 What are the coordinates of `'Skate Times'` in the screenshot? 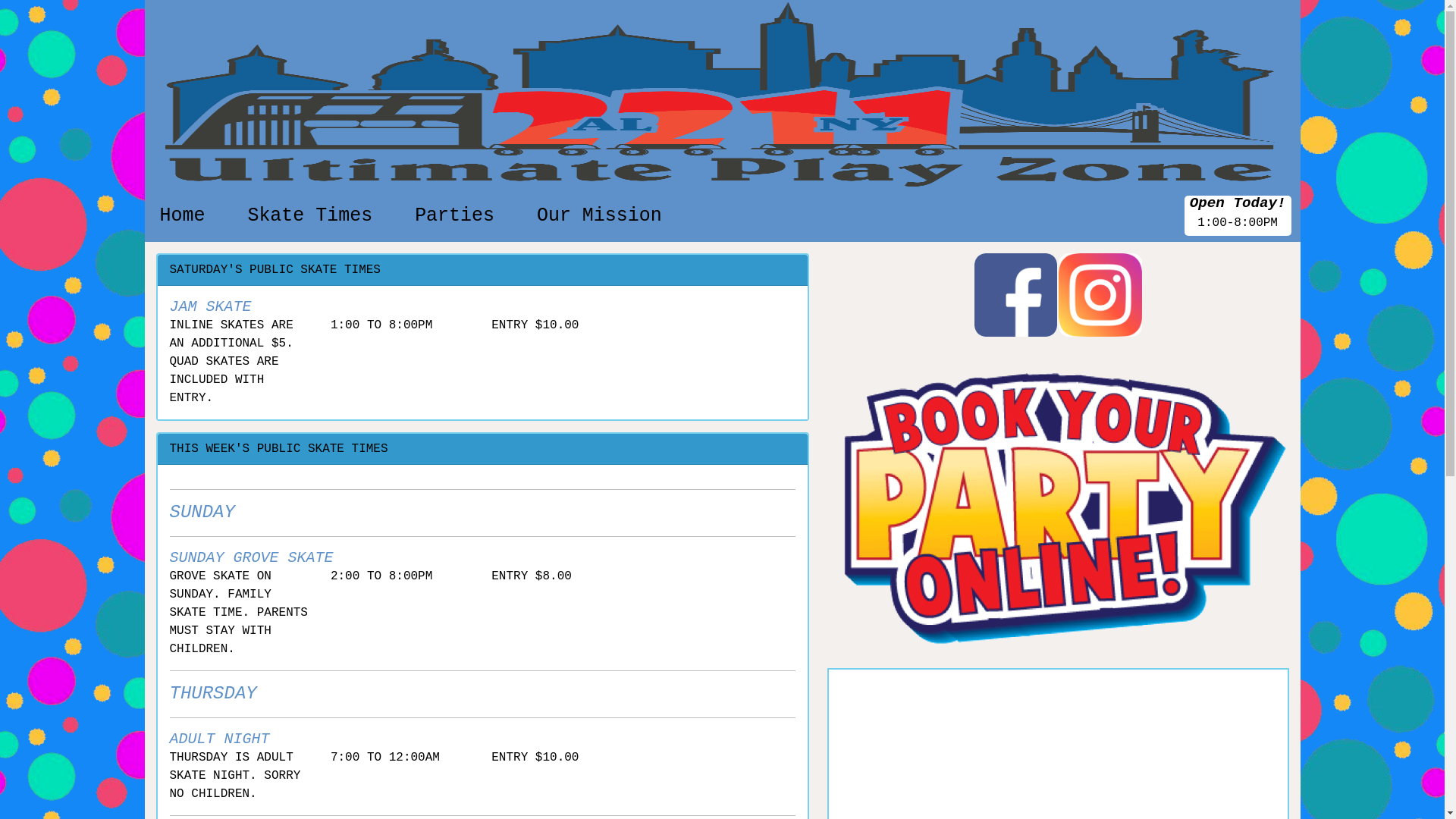 It's located at (309, 215).